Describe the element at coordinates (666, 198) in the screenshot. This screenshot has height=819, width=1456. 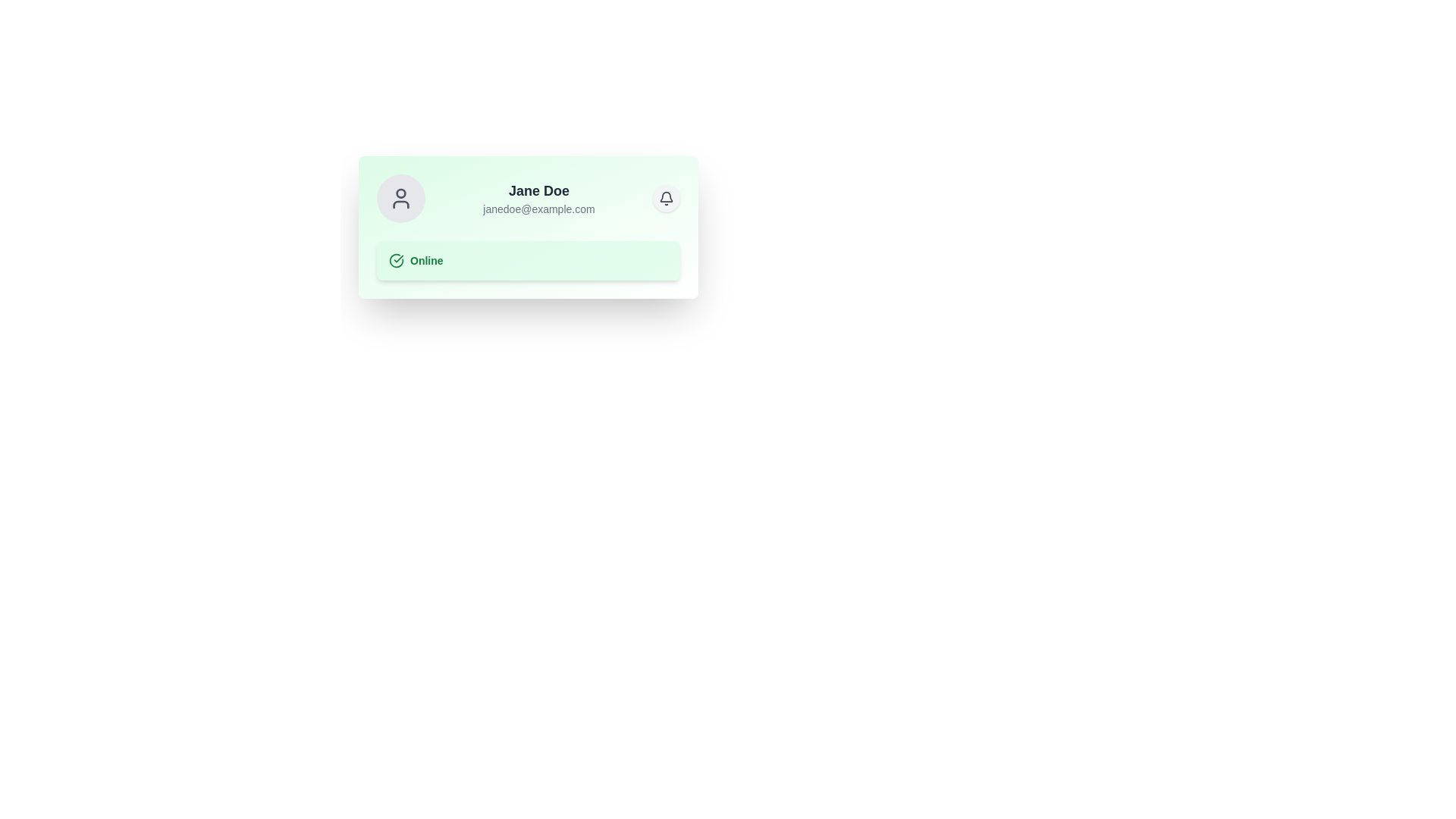
I see `the bell icon located in the top-right area of the user profile card` at that location.